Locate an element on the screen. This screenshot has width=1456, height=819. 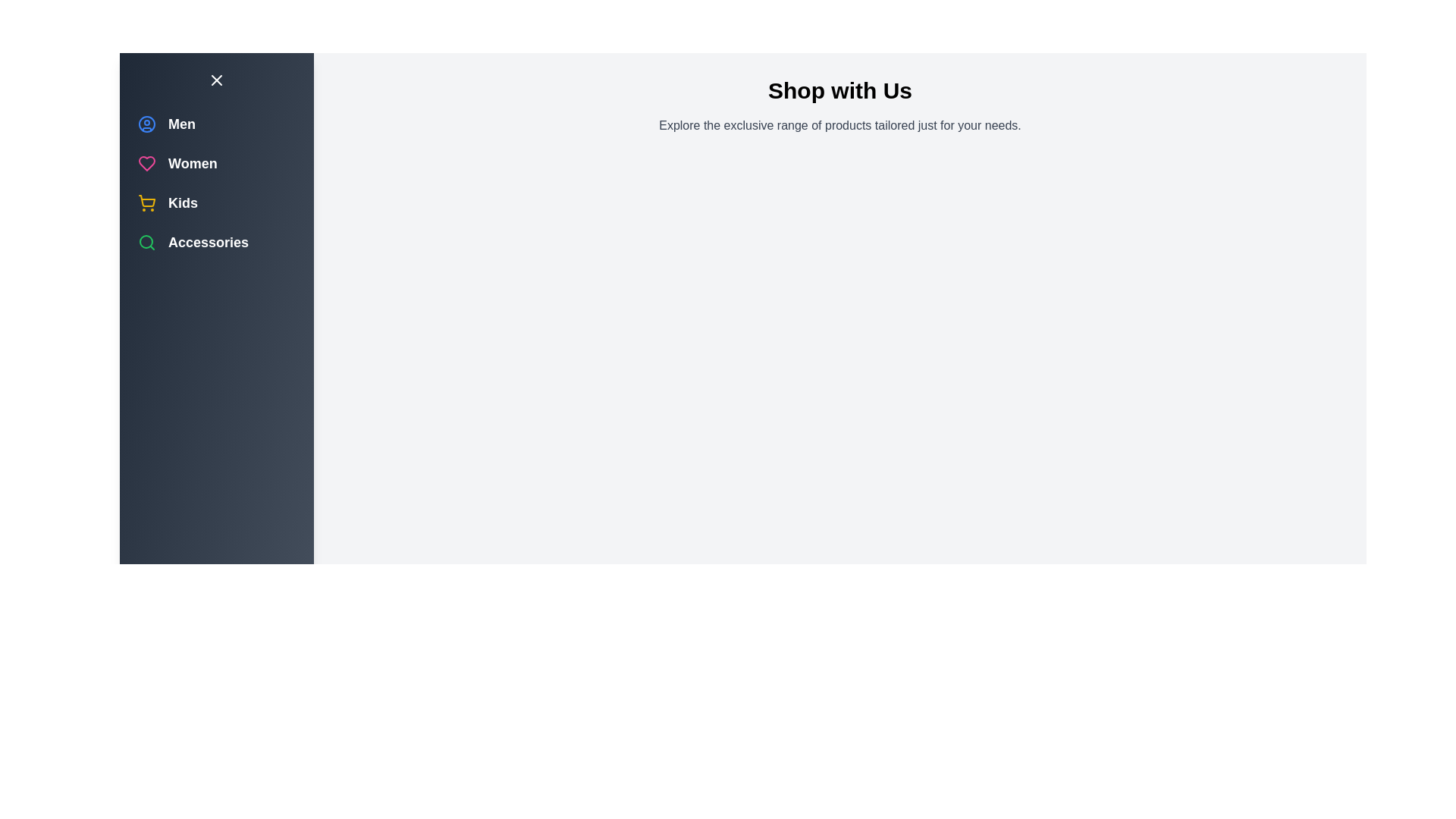
toggle button to toggle the drawer open or closed is located at coordinates (216, 80).